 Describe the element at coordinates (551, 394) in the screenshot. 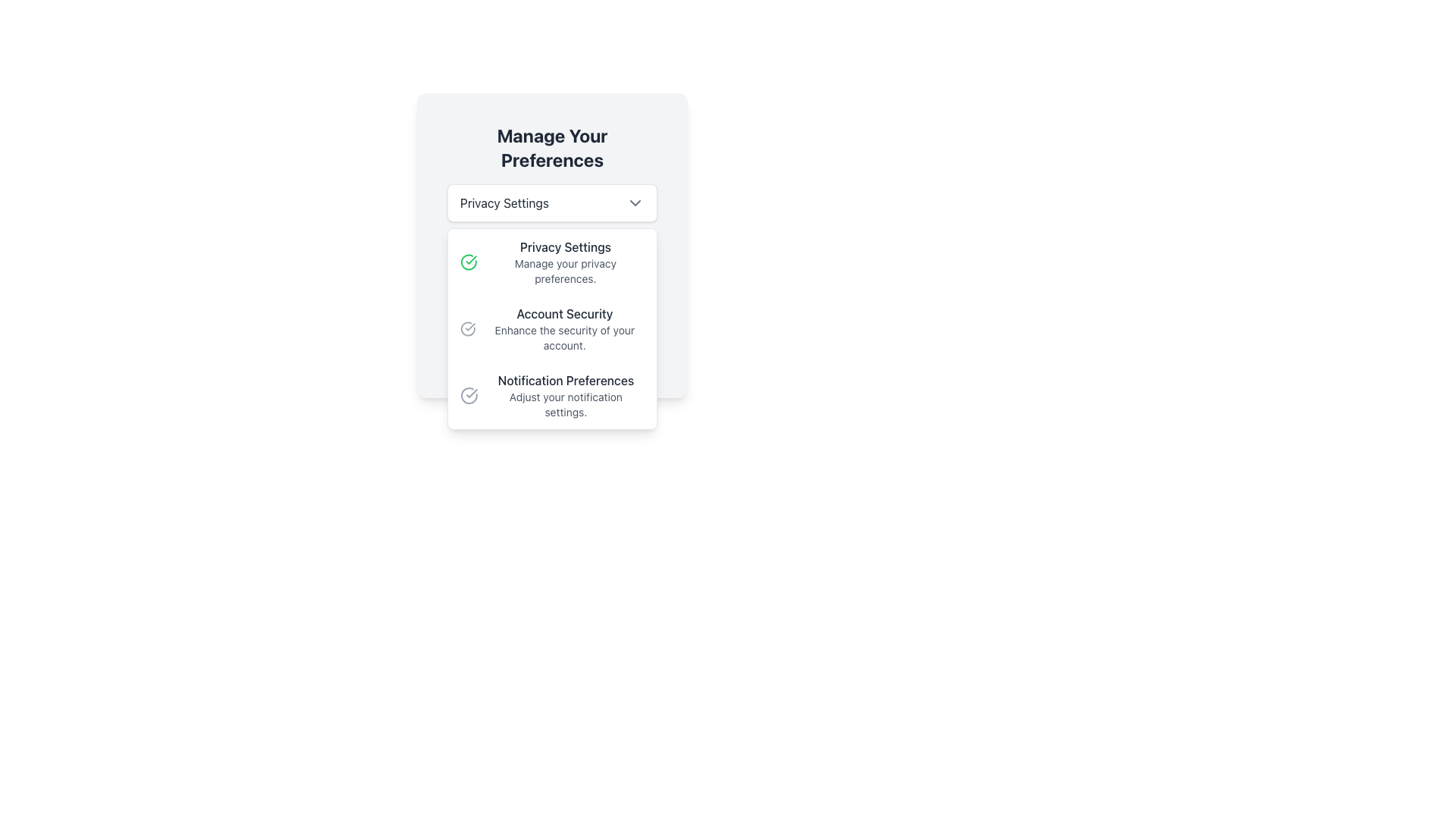

I see `the third item in the preferences menu dropdown, which is associated with managing notification settings` at that location.